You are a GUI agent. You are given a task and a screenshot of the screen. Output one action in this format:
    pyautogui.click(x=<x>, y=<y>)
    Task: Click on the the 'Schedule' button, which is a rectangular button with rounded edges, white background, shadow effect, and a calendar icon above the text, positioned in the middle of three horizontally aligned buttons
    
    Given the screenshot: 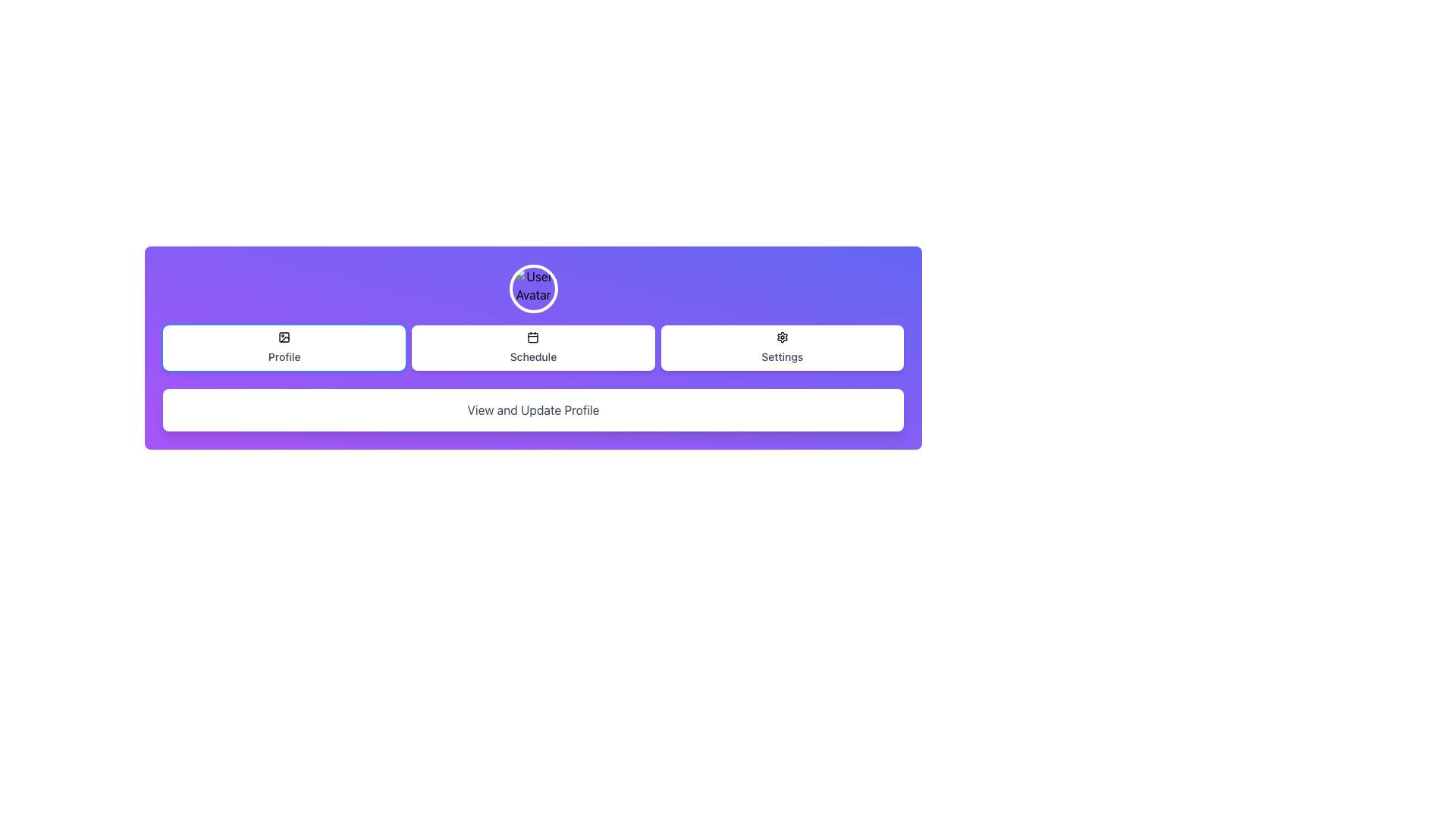 What is the action you would take?
    pyautogui.click(x=533, y=348)
    